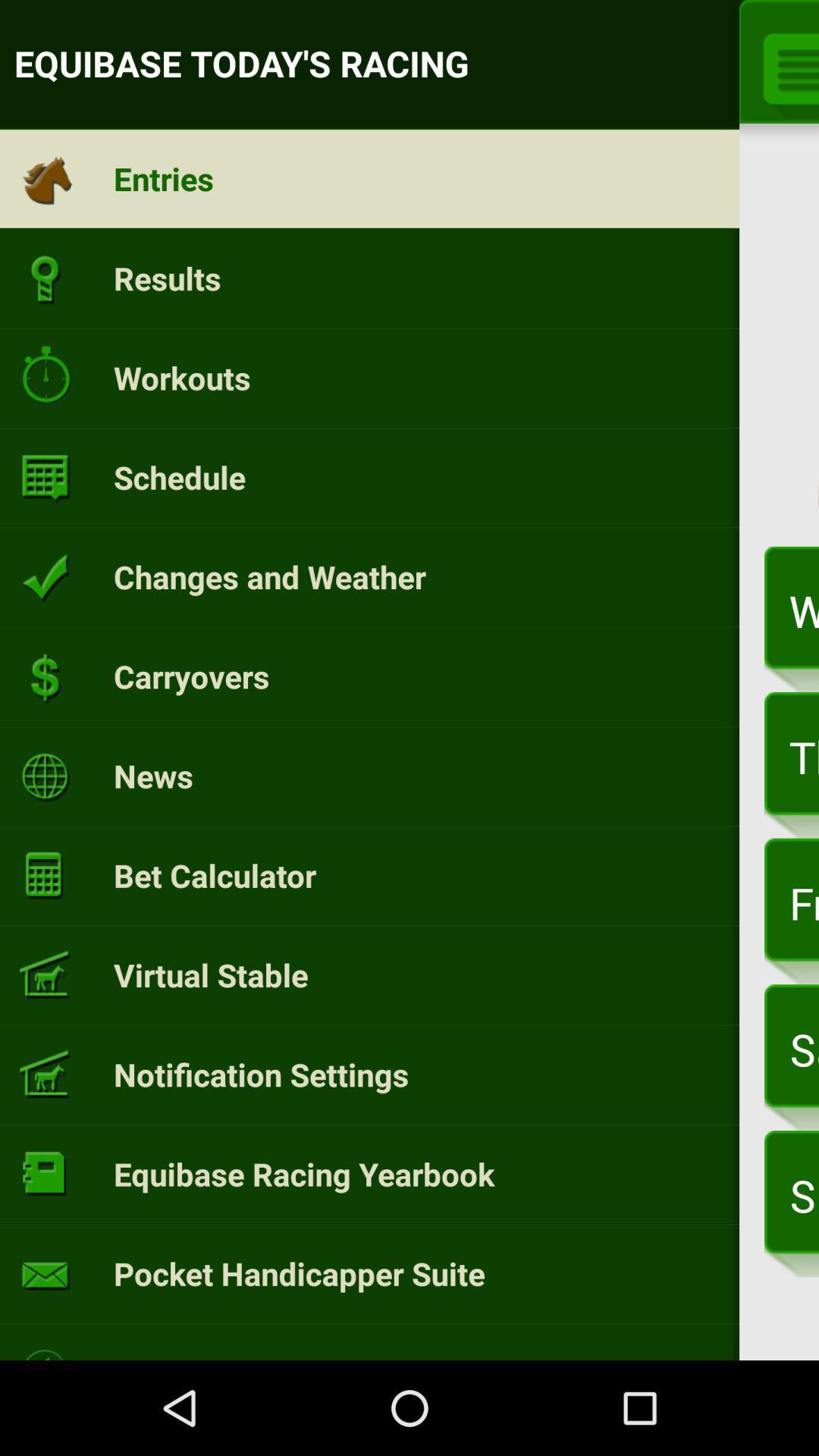 The image size is (819, 1456). I want to click on app above the wednesday, mar 29 icon, so click(817, 341).